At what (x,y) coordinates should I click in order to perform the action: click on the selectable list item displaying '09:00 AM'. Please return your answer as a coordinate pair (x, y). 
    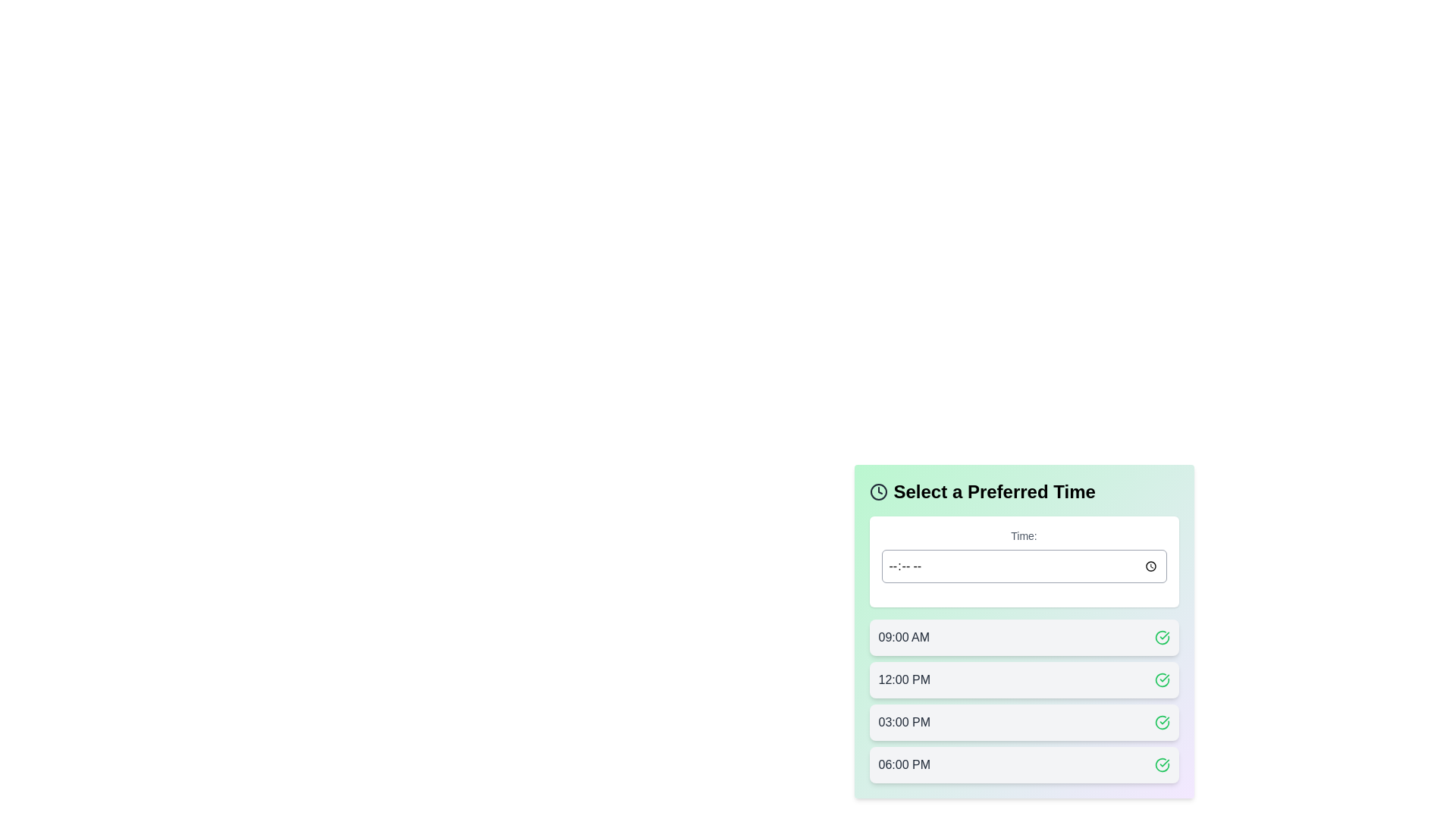
    Looking at the image, I should click on (1024, 632).